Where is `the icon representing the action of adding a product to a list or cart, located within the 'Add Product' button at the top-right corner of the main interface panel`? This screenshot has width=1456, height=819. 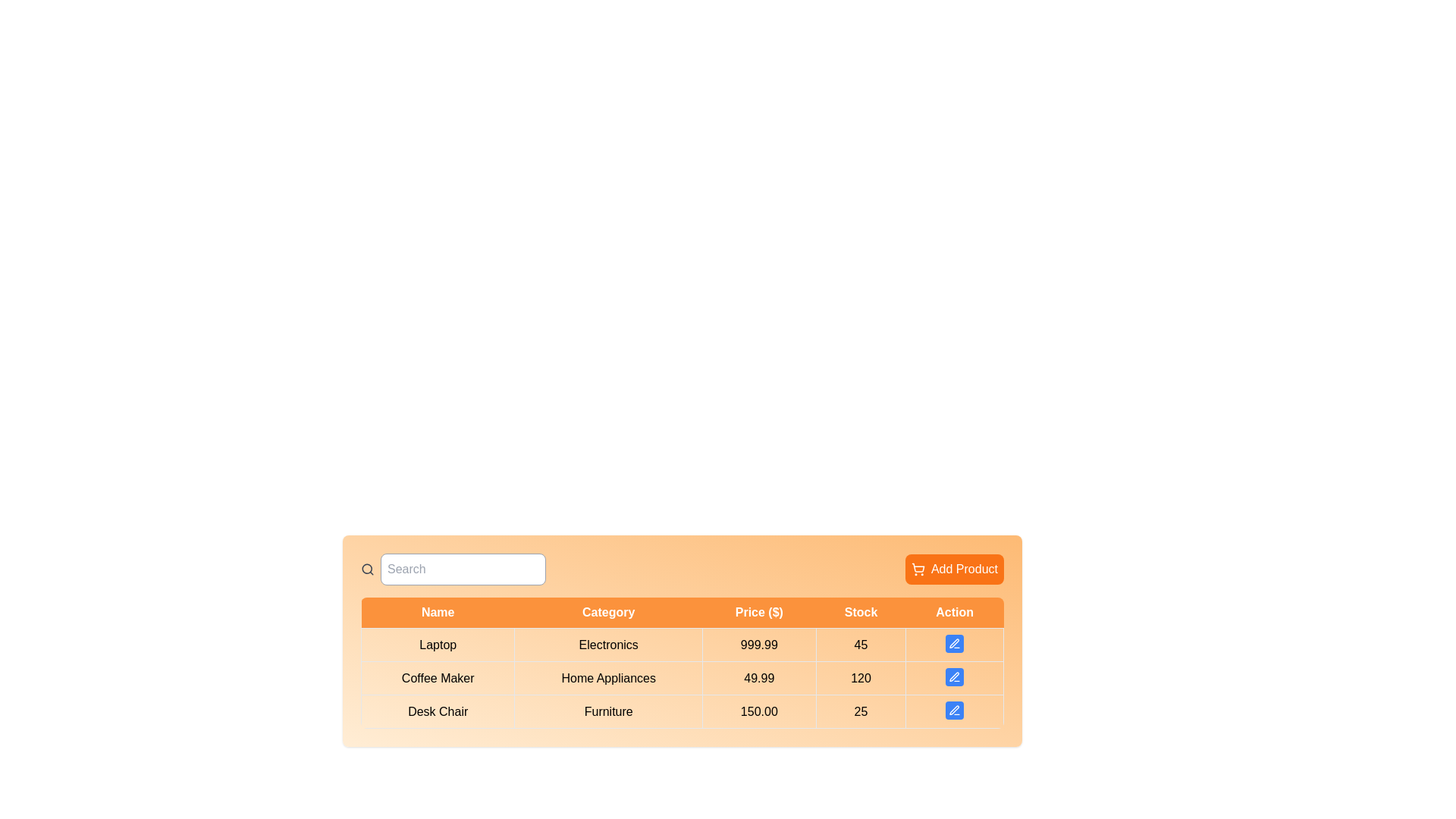
the icon representing the action of adding a product to a list or cart, located within the 'Add Product' button at the top-right corner of the main interface panel is located at coordinates (917, 570).